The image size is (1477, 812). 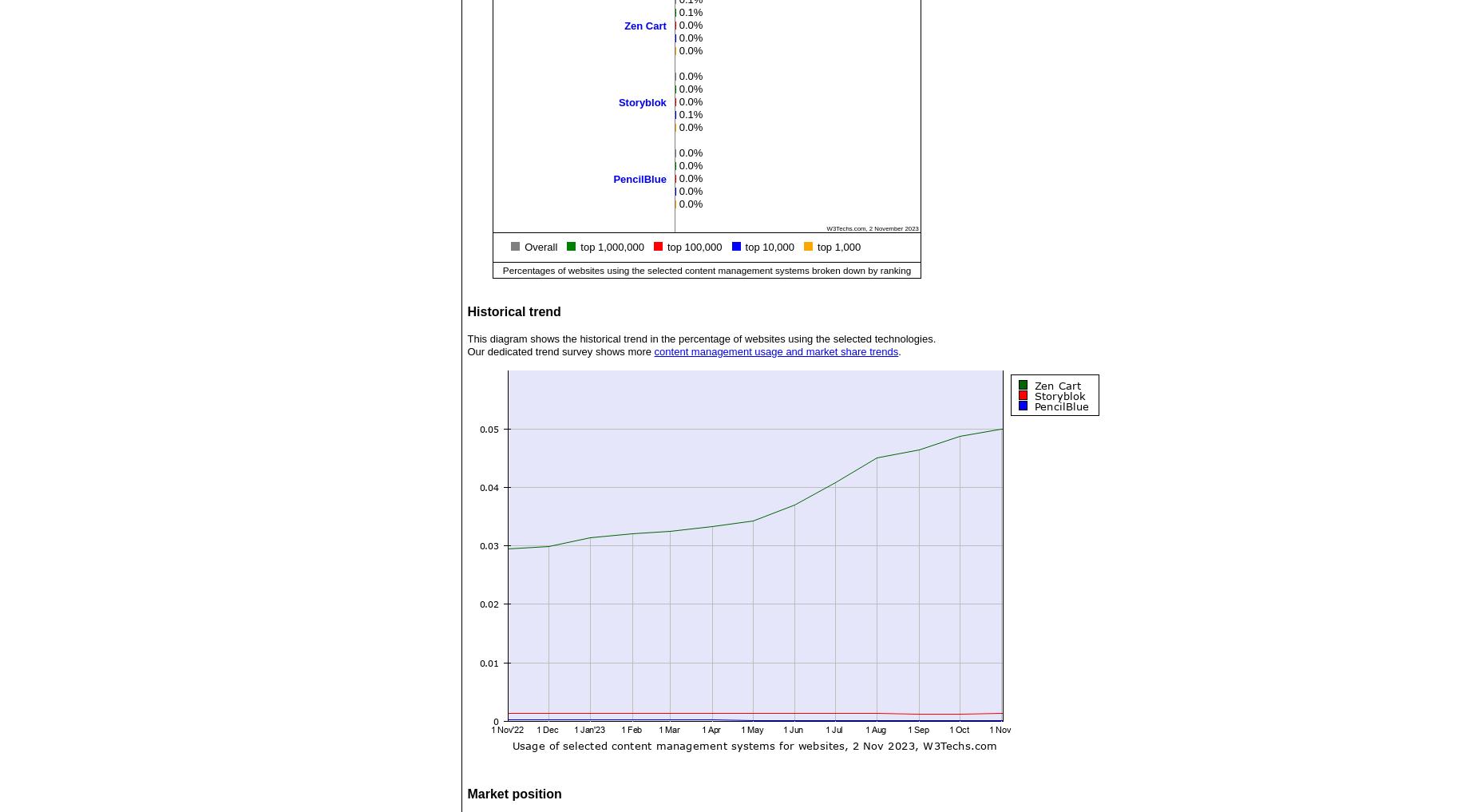 I want to click on 'Storyblok', so click(x=642, y=101).